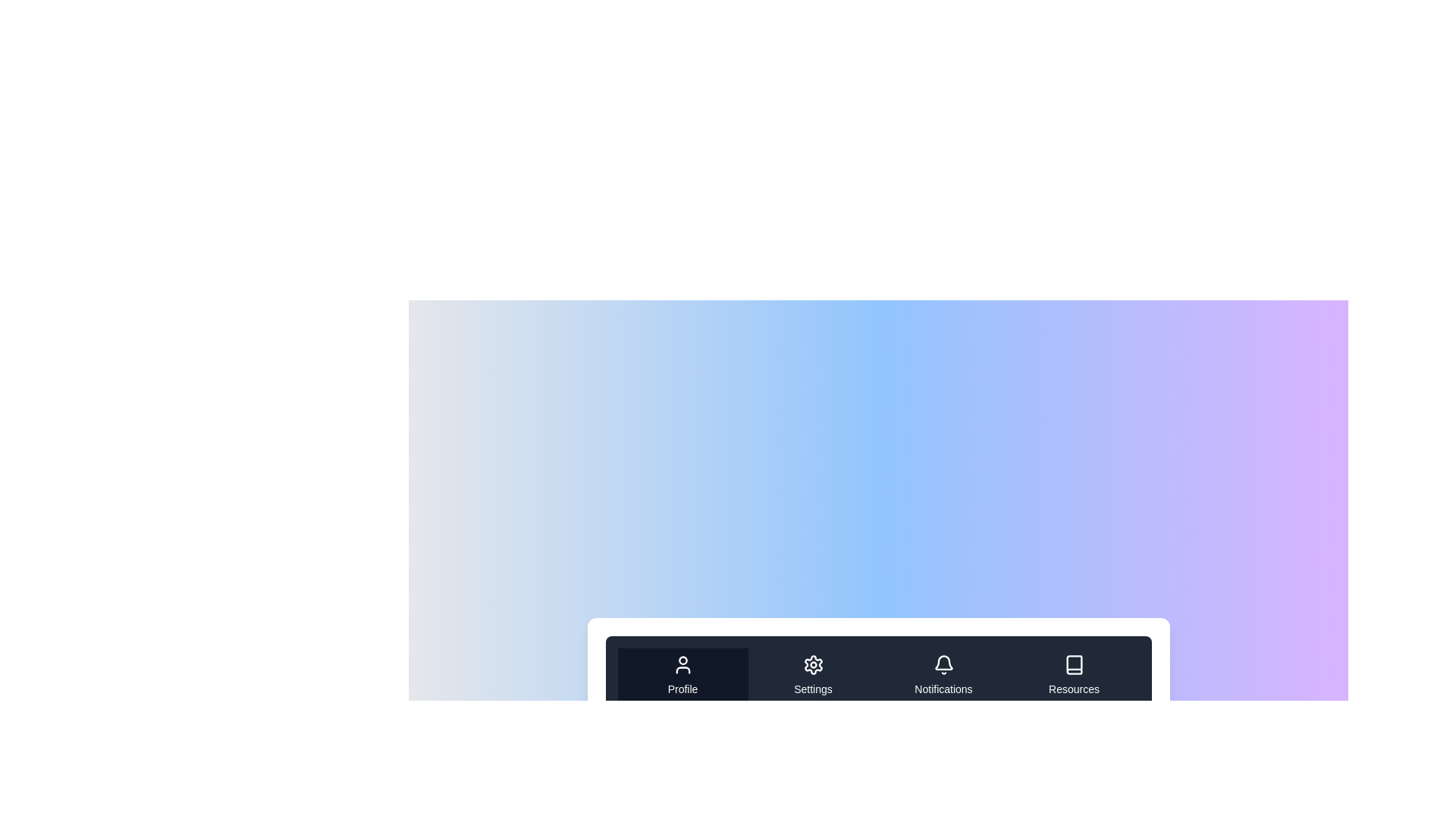 The height and width of the screenshot is (819, 1456). Describe the element at coordinates (943, 675) in the screenshot. I see `the tab labeled Notifications to navigate to its content` at that location.